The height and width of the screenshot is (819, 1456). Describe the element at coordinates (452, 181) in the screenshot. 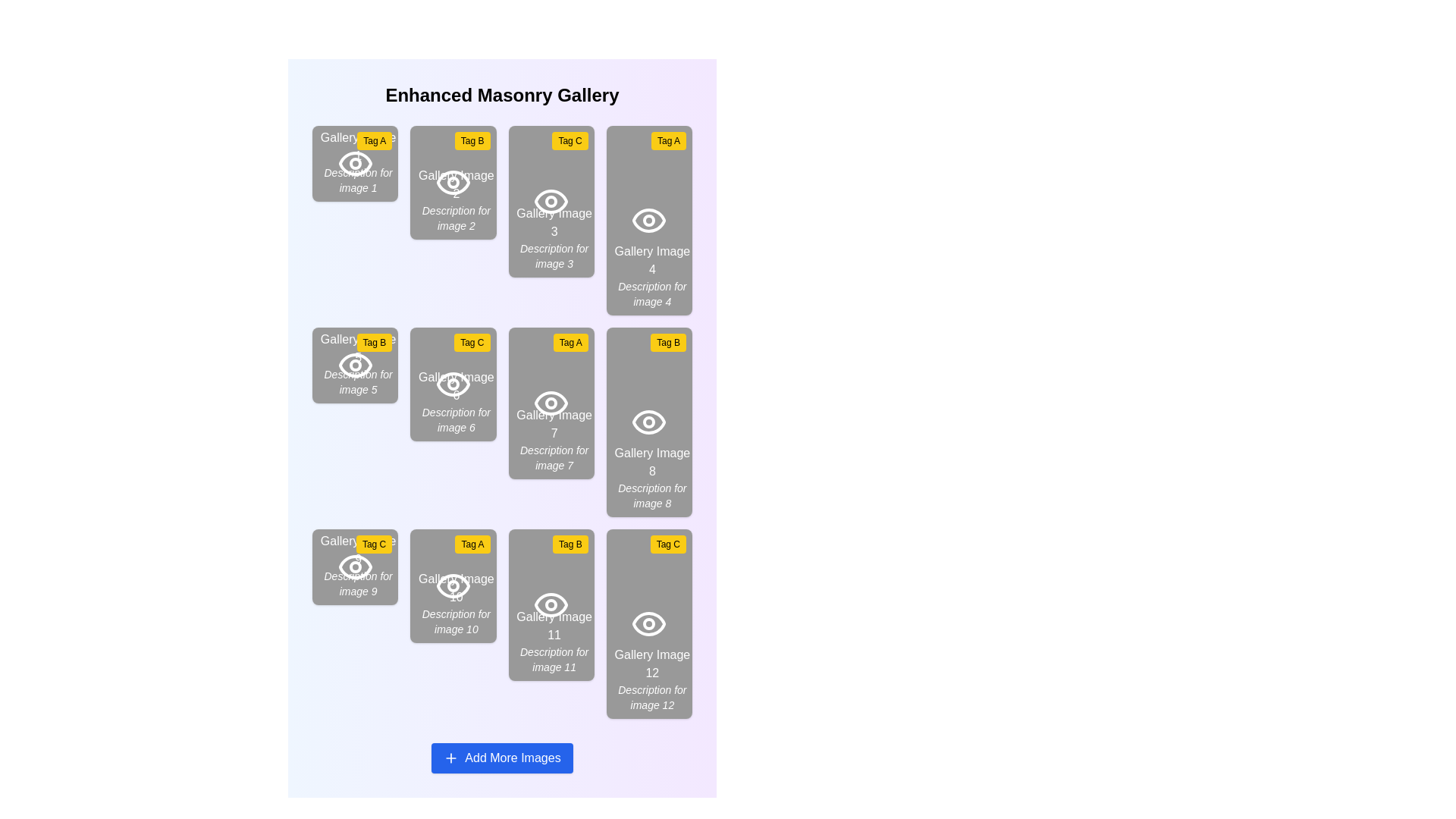

I see `the small circular graphical element that is centrally positioned within the eye-shaped icon in the tile labeled 'Gallery Image 6'` at that location.